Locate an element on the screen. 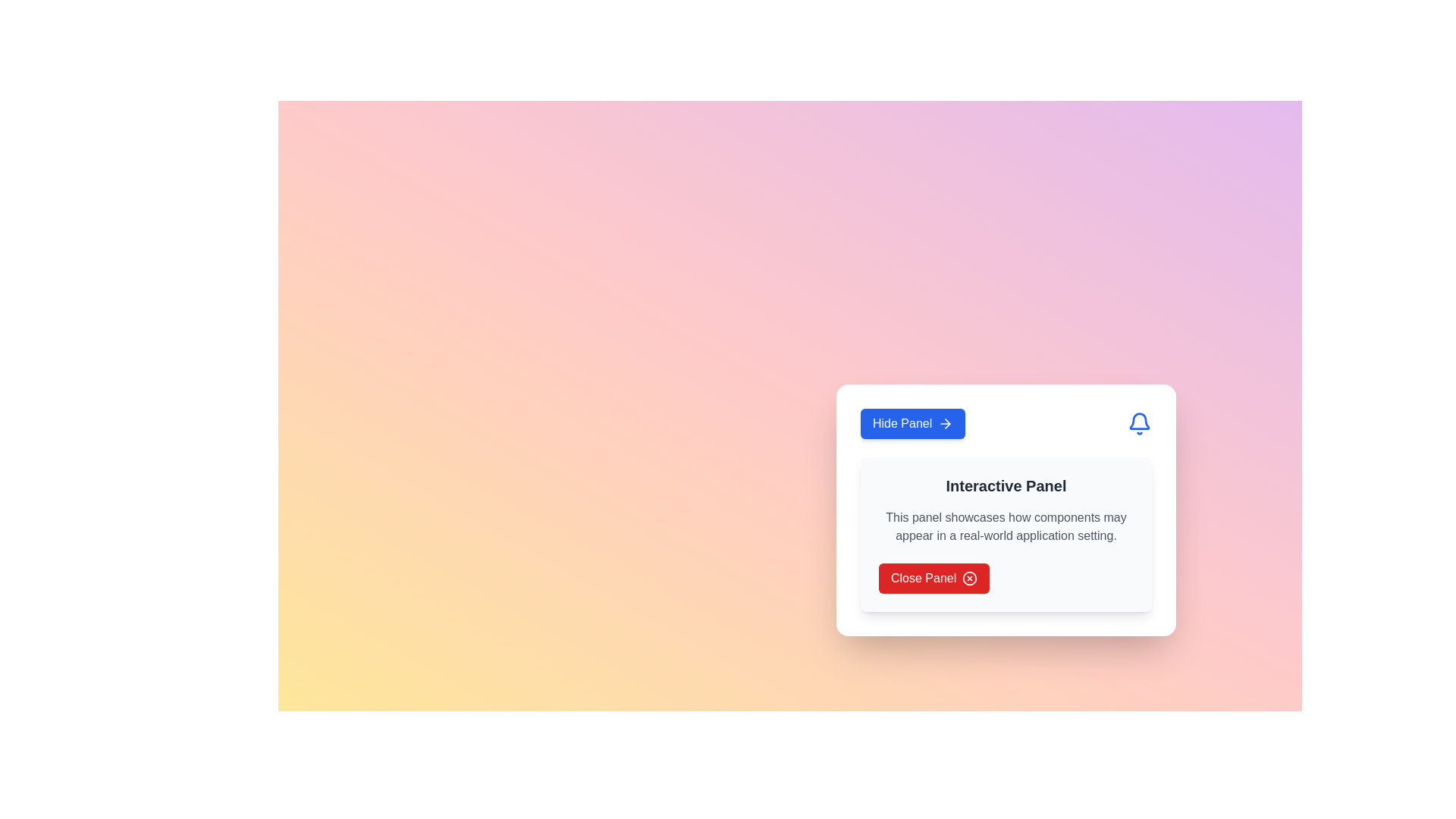 Image resolution: width=1456 pixels, height=819 pixels. the 'Hide Panel' button associated with the arrow icon located at the top-left corner of the interactive panel is located at coordinates (945, 424).